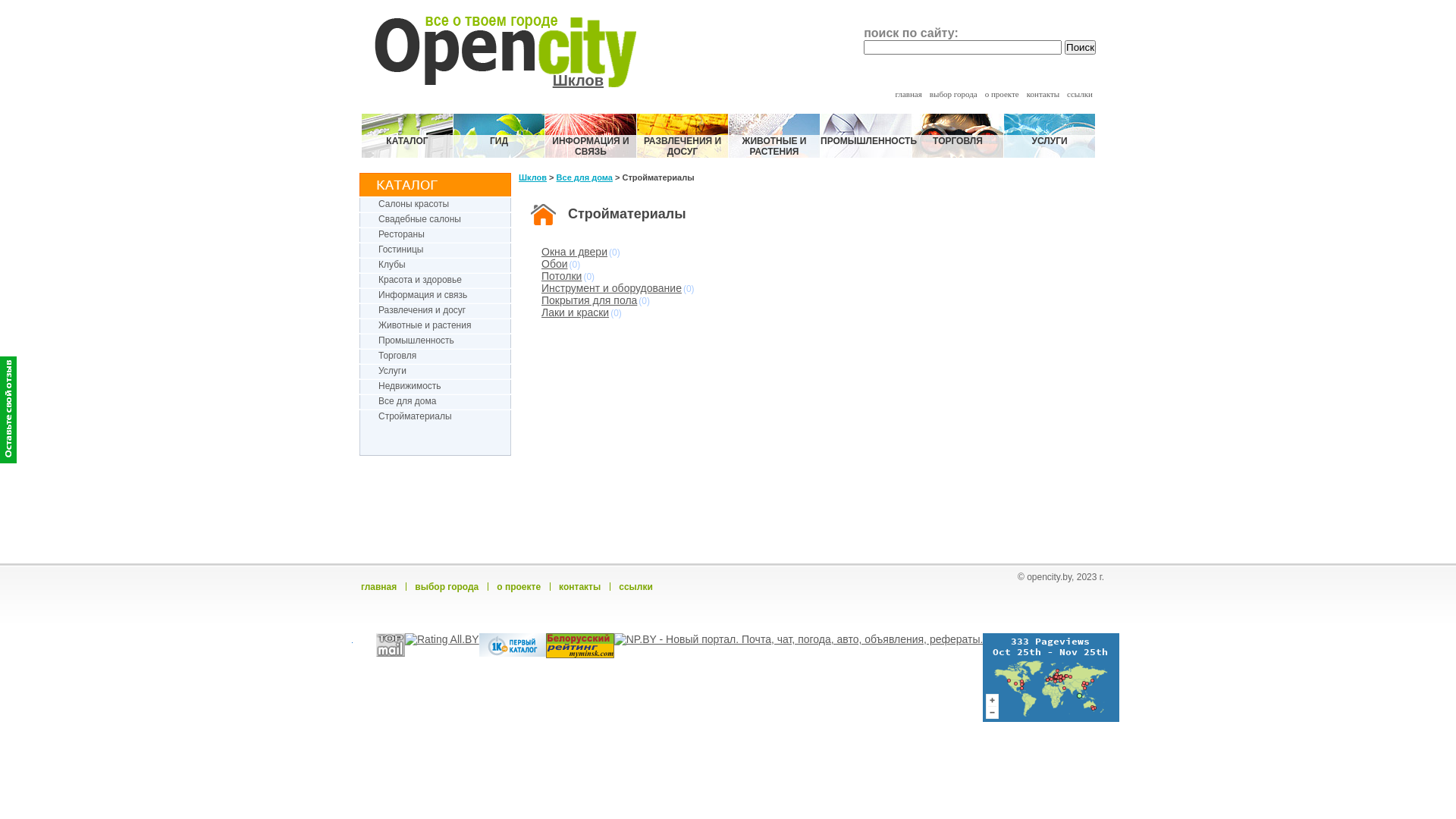 Image resolution: width=1456 pixels, height=819 pixels. I want to click on 'LiveInternet', so click(352, 645).